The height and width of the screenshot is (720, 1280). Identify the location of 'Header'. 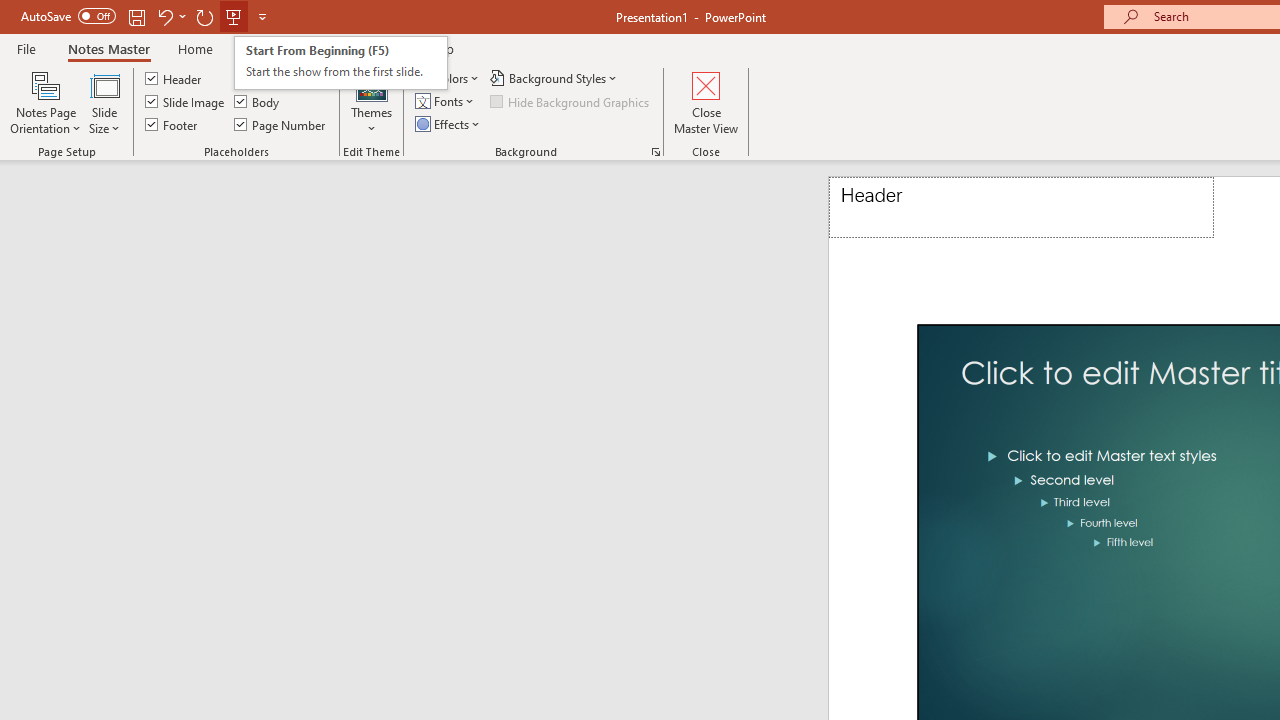
(1021, 207).